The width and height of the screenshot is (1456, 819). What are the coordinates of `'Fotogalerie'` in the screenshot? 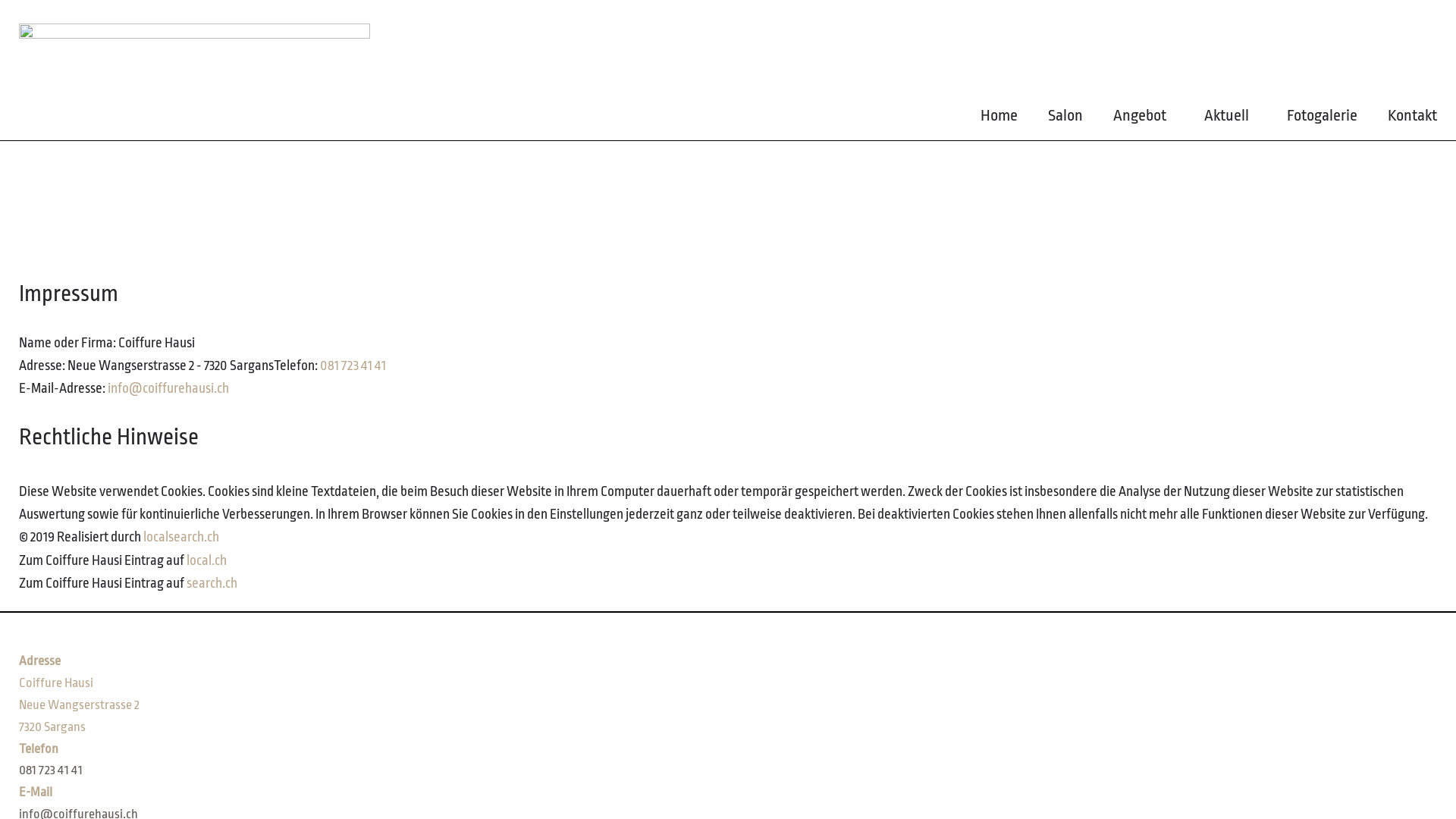 It's located at (1321, 118).